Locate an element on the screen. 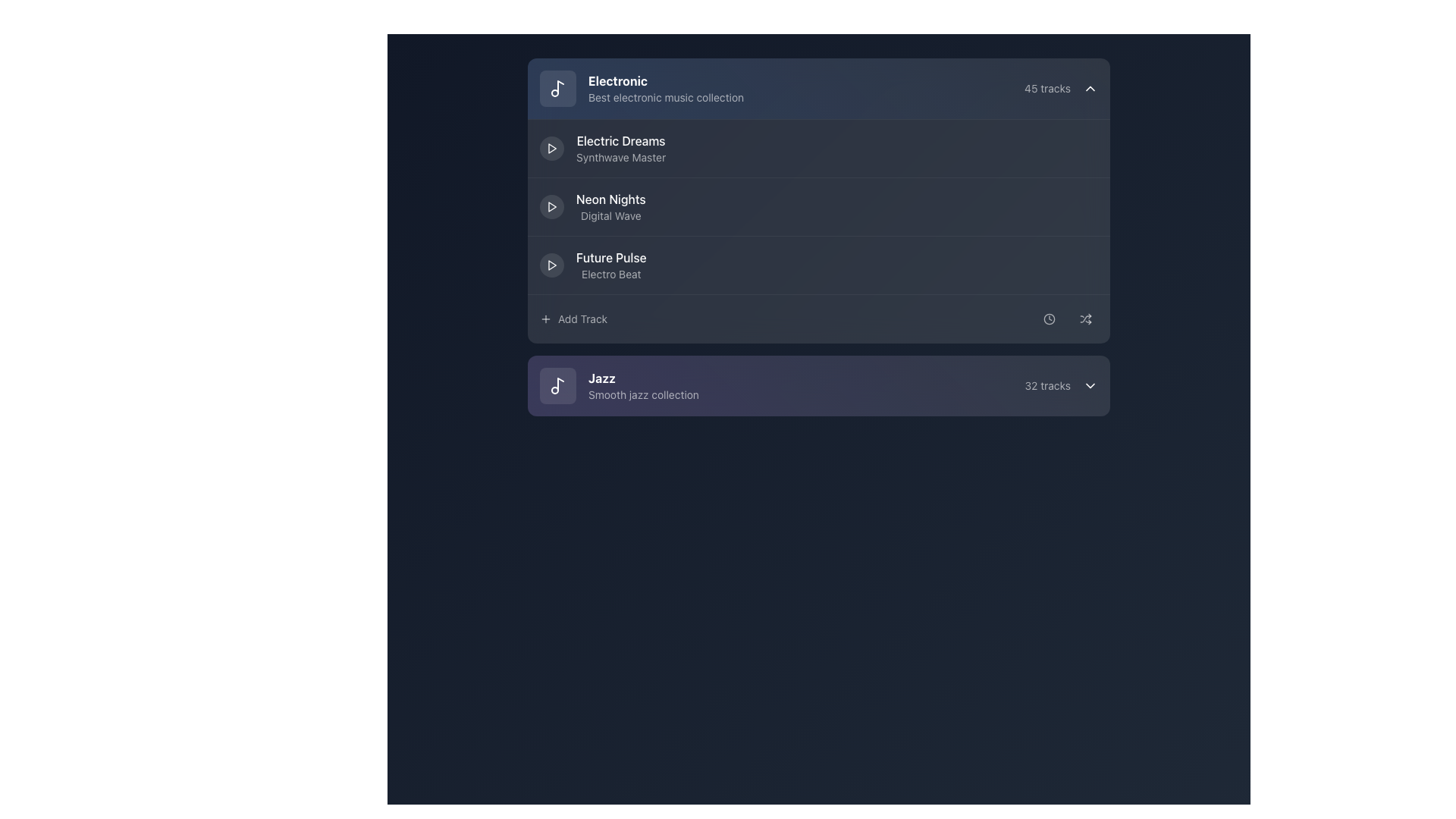 The height and width of the screenshot is (819, 1456). the distinct clock icon located at the bottom-right corner of the 'Electronic' playlist card, which serves as a visual indication of time or schedule-related features is located at coordinates (1048, 318).